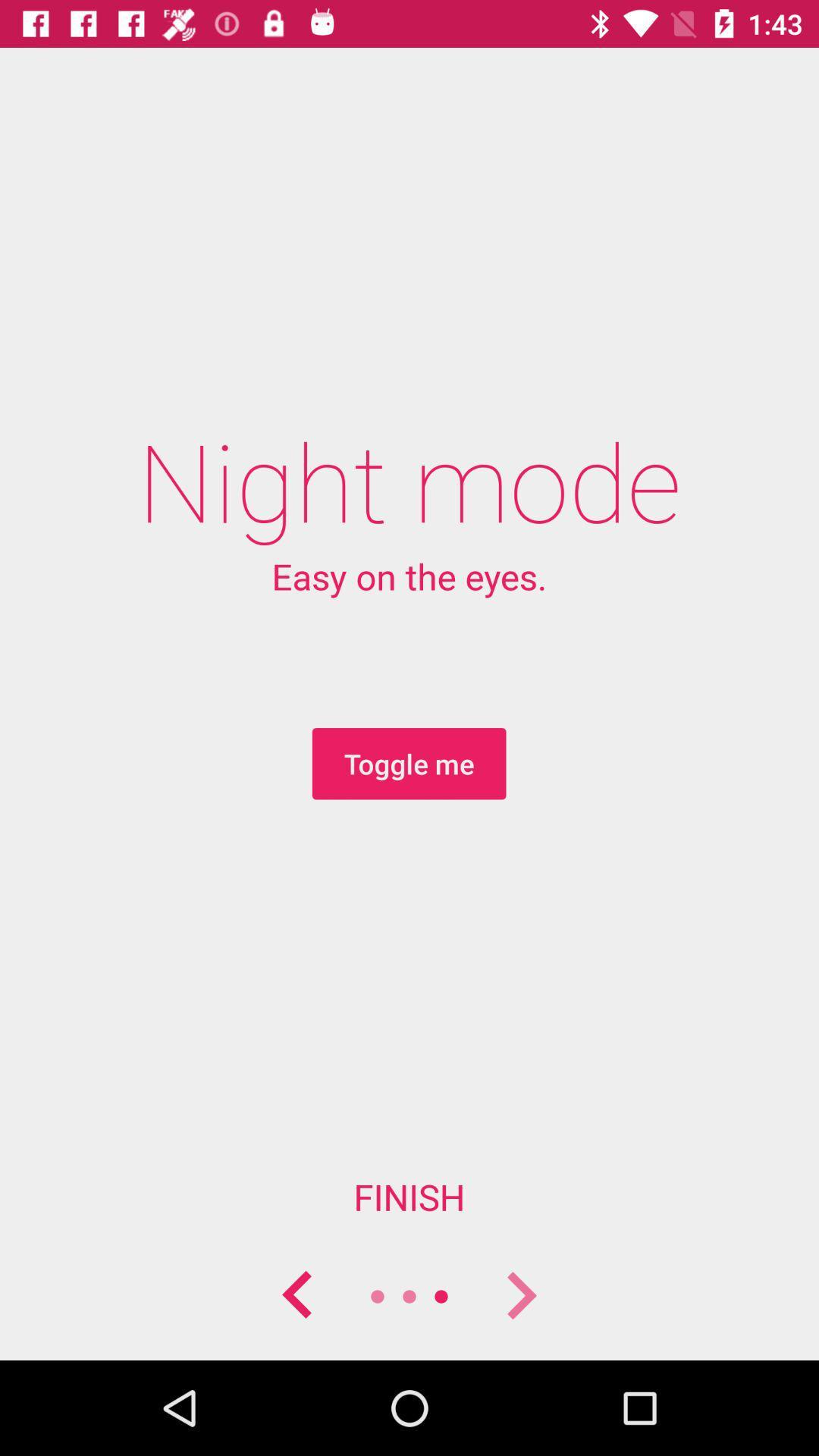 This screenshot has height=1456, width=819. I want to click on back, so click(298, 1295).